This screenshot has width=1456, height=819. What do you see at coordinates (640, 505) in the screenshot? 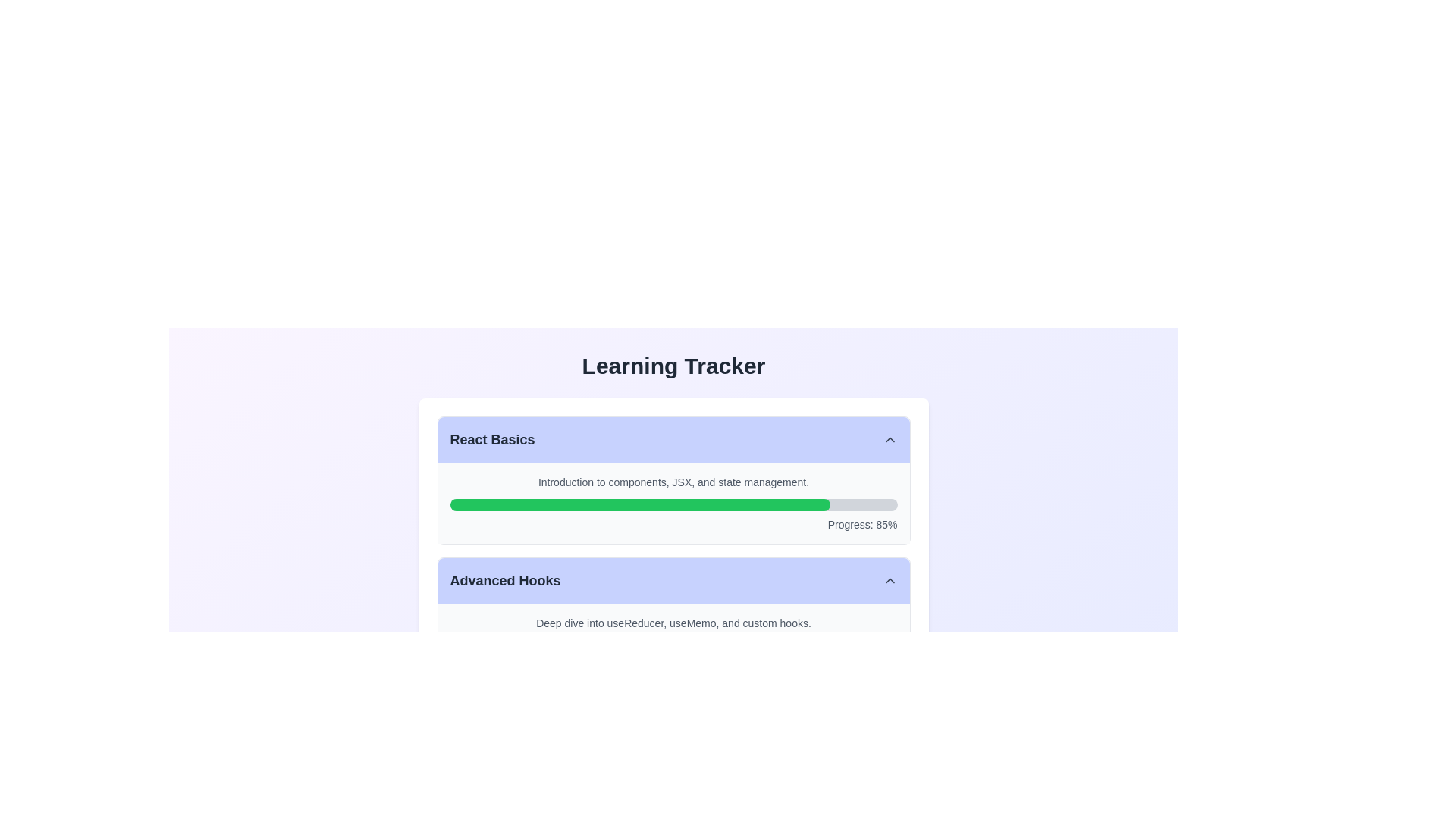
I see `the progress bar located beneath the heading 'React Basics' in the 'Learning Tracker' interface to visually indicate the progress of the task or course module` at bounding box center [640, 505].